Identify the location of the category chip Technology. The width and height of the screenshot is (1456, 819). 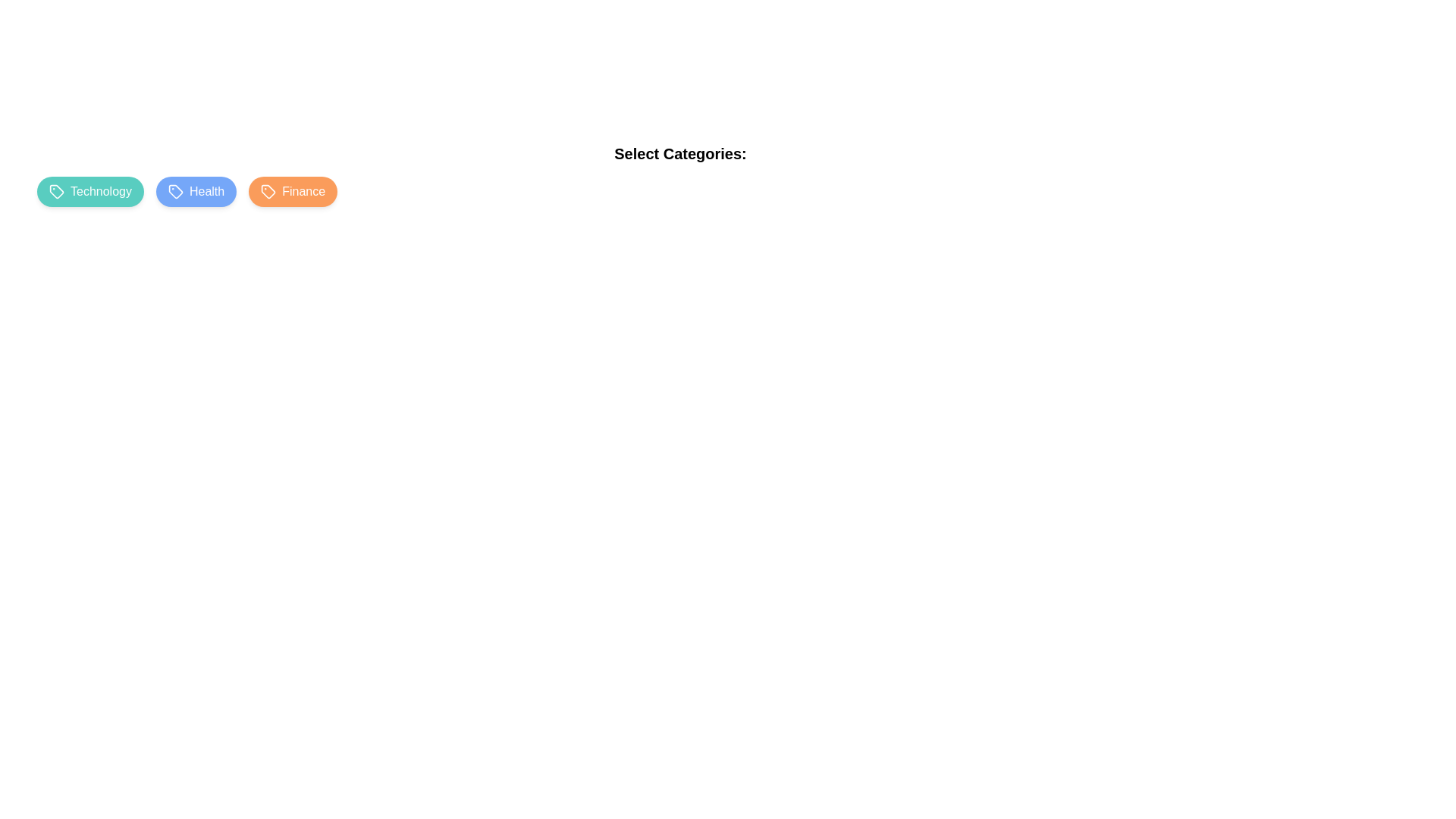
(89, 191).